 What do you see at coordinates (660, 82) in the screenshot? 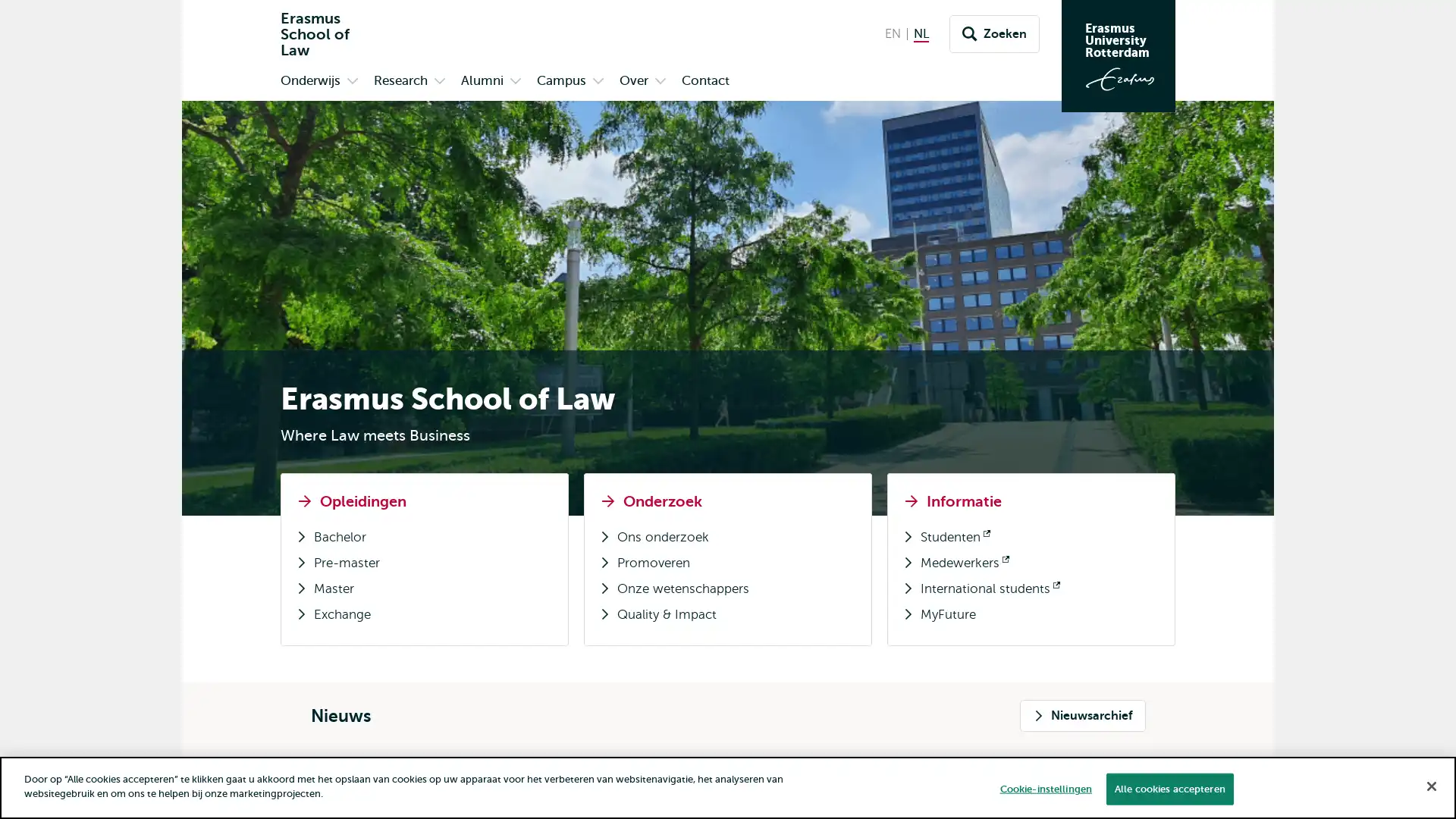
I see `Open submenu` at bounding box center [660, 82].